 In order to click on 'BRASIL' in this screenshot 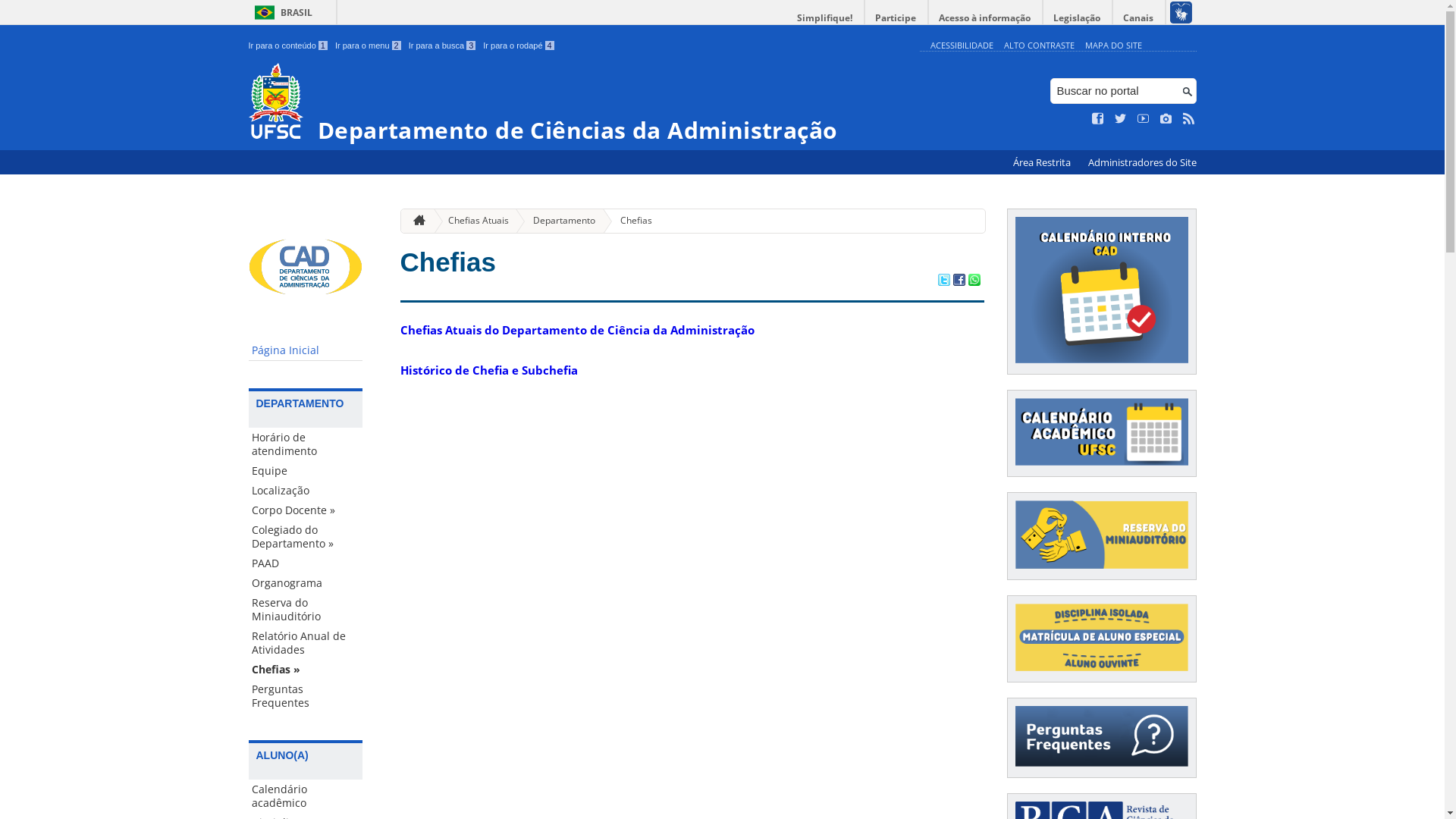, I will do `click(281, 12)`.